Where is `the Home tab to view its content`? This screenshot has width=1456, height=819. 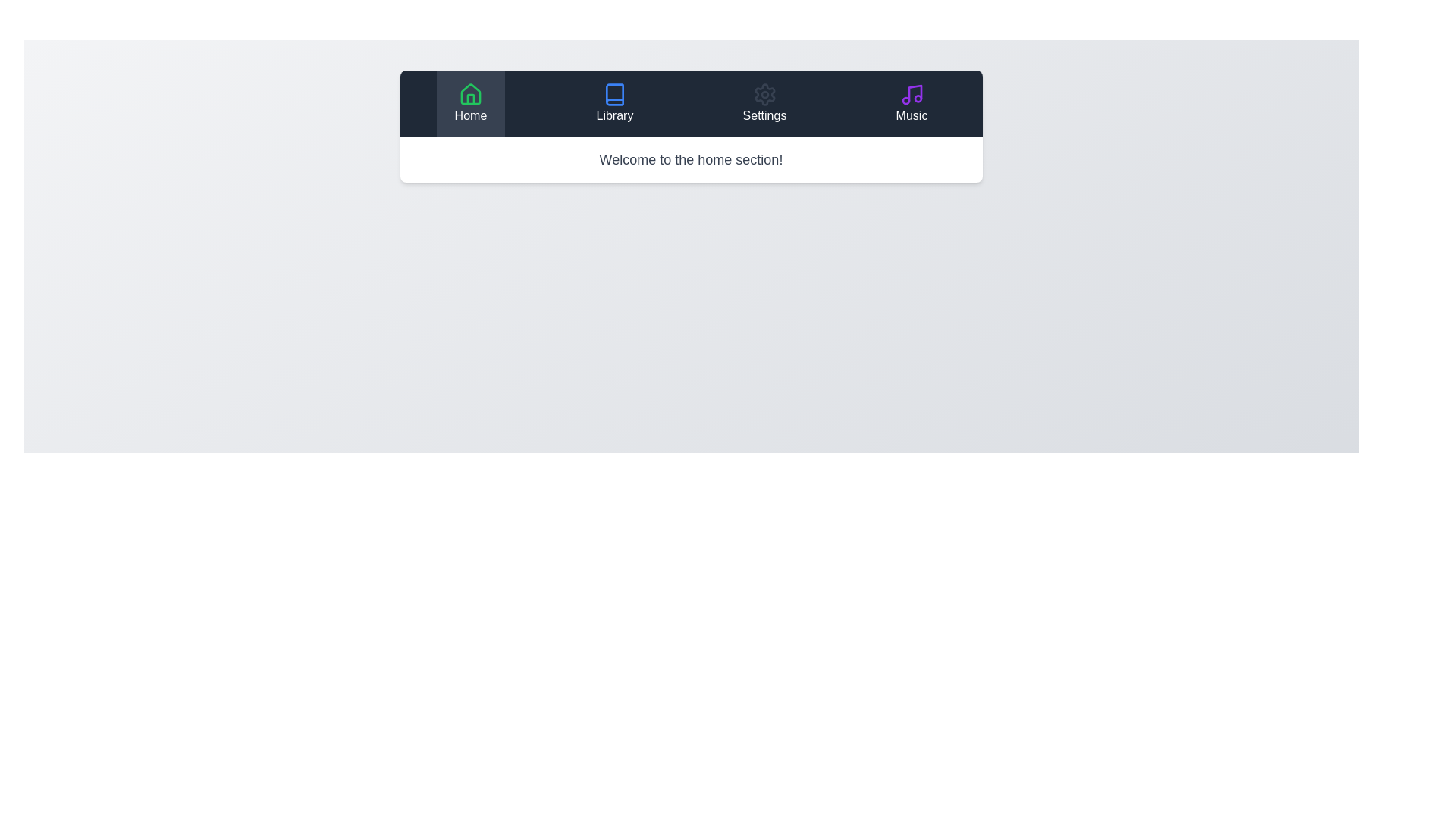
the Home tab to view its content is located at coordinates (469, 103).